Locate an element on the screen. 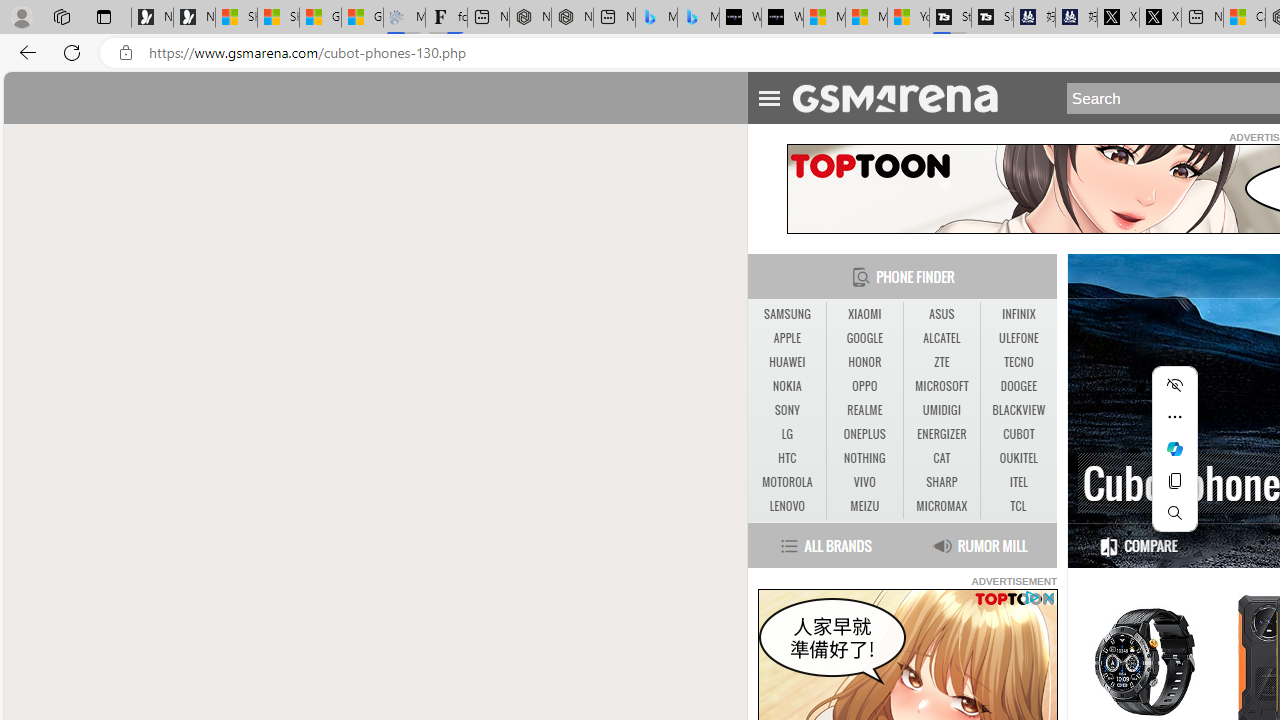 The width and height of the screenshot is (1280, 720). 'BLACKVIEW' is located at coordinates (1018, 409).